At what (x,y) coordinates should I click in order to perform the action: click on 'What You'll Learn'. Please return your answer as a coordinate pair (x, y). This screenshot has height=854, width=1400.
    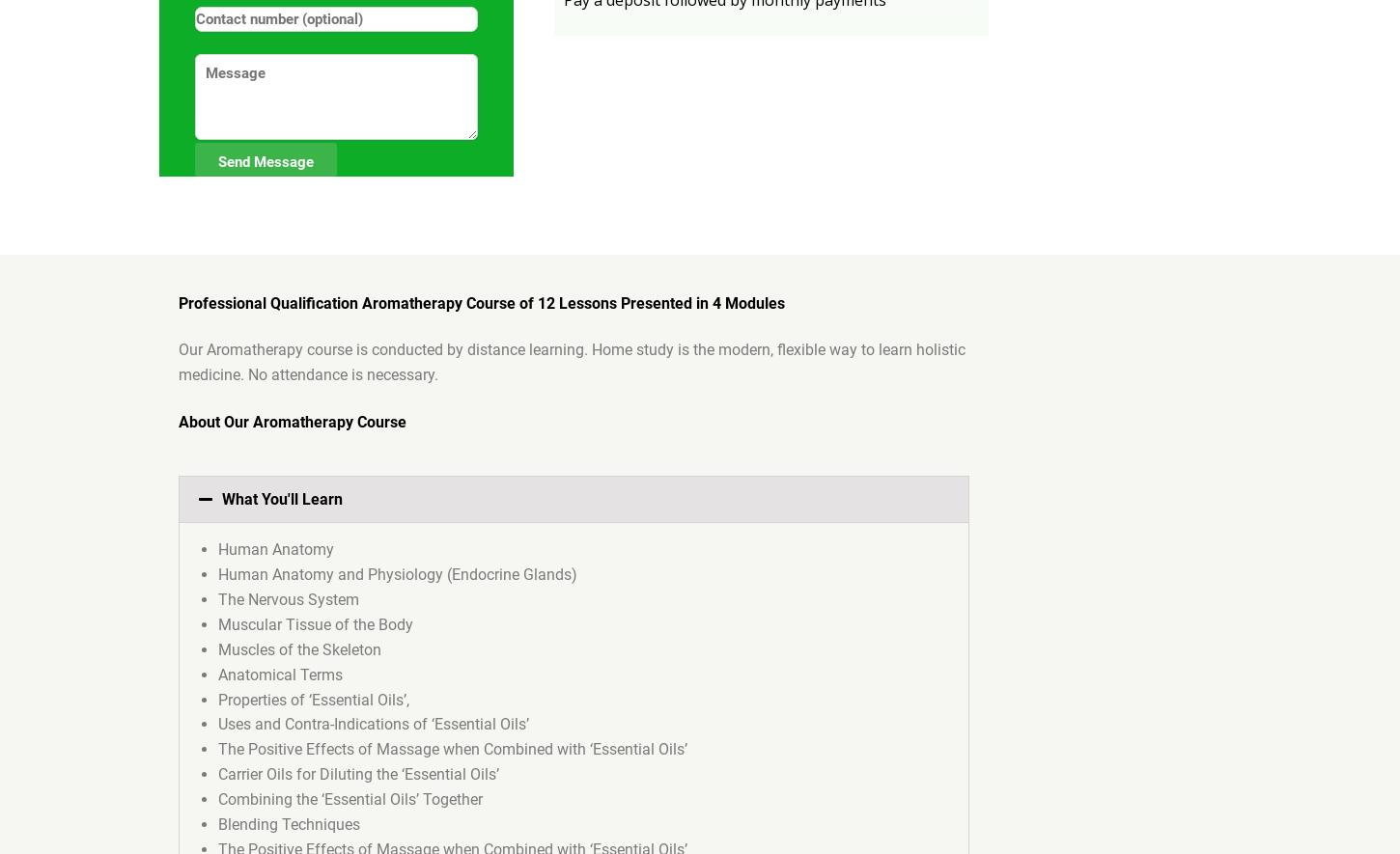
    Looking at the image, I should click on (282, 499).